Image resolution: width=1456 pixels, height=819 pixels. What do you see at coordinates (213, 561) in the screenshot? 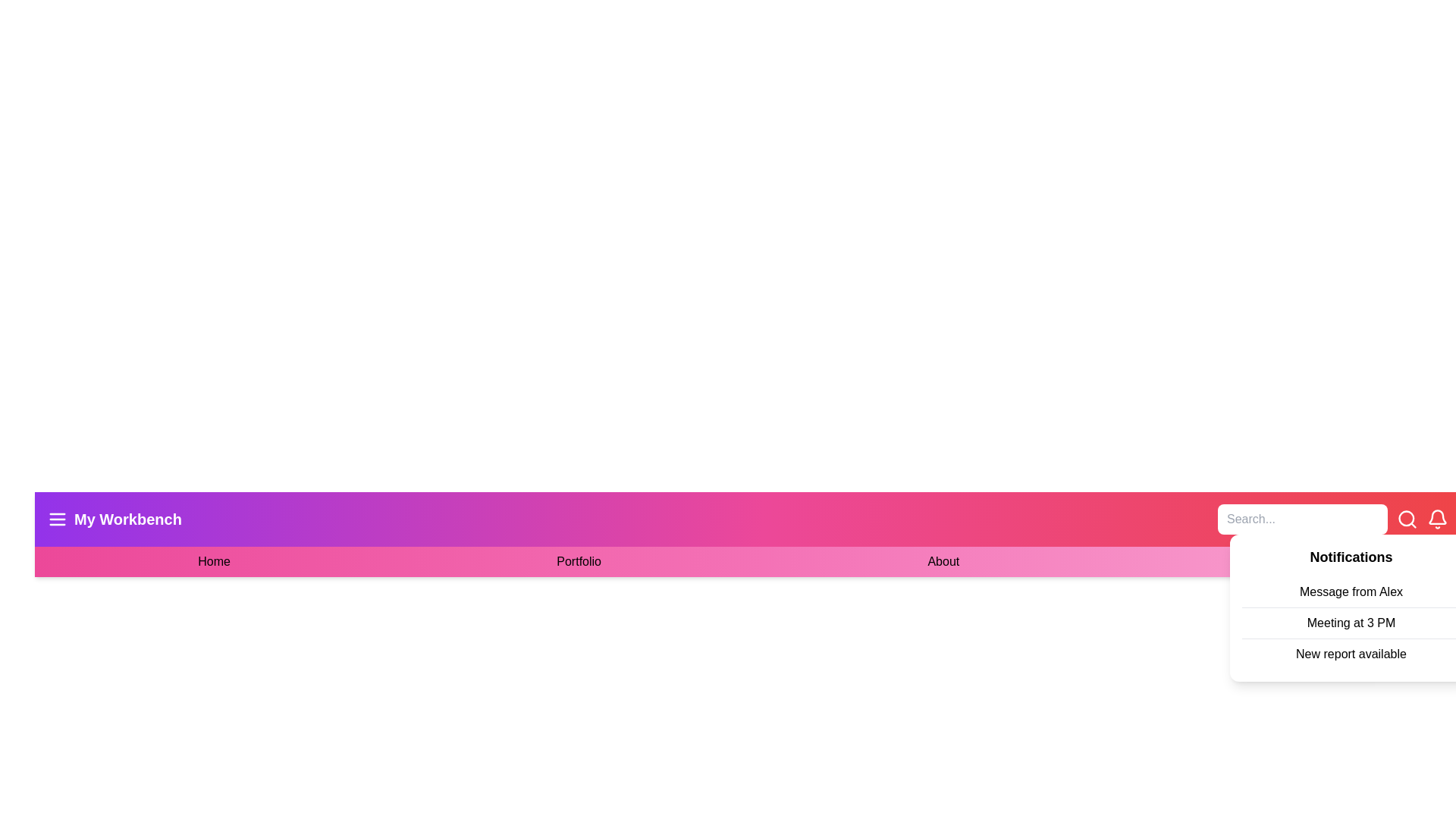
I see `the 'Home' text navigation link, which is the first link in the navigation bar and styled with a hover effect that underlines the text` at bounding box center [213, 561].